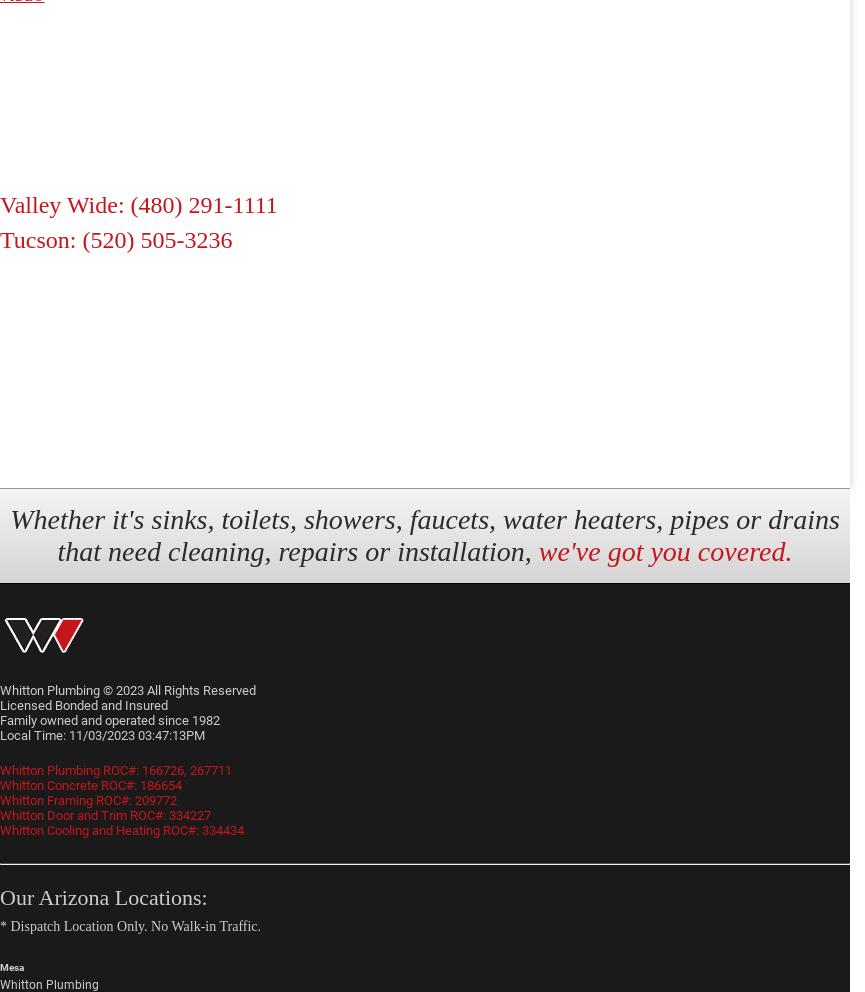 The width and height of the screenshot is (865, 992). I want to click on 'Licensed Bonded and Insured', so click(0, 704).